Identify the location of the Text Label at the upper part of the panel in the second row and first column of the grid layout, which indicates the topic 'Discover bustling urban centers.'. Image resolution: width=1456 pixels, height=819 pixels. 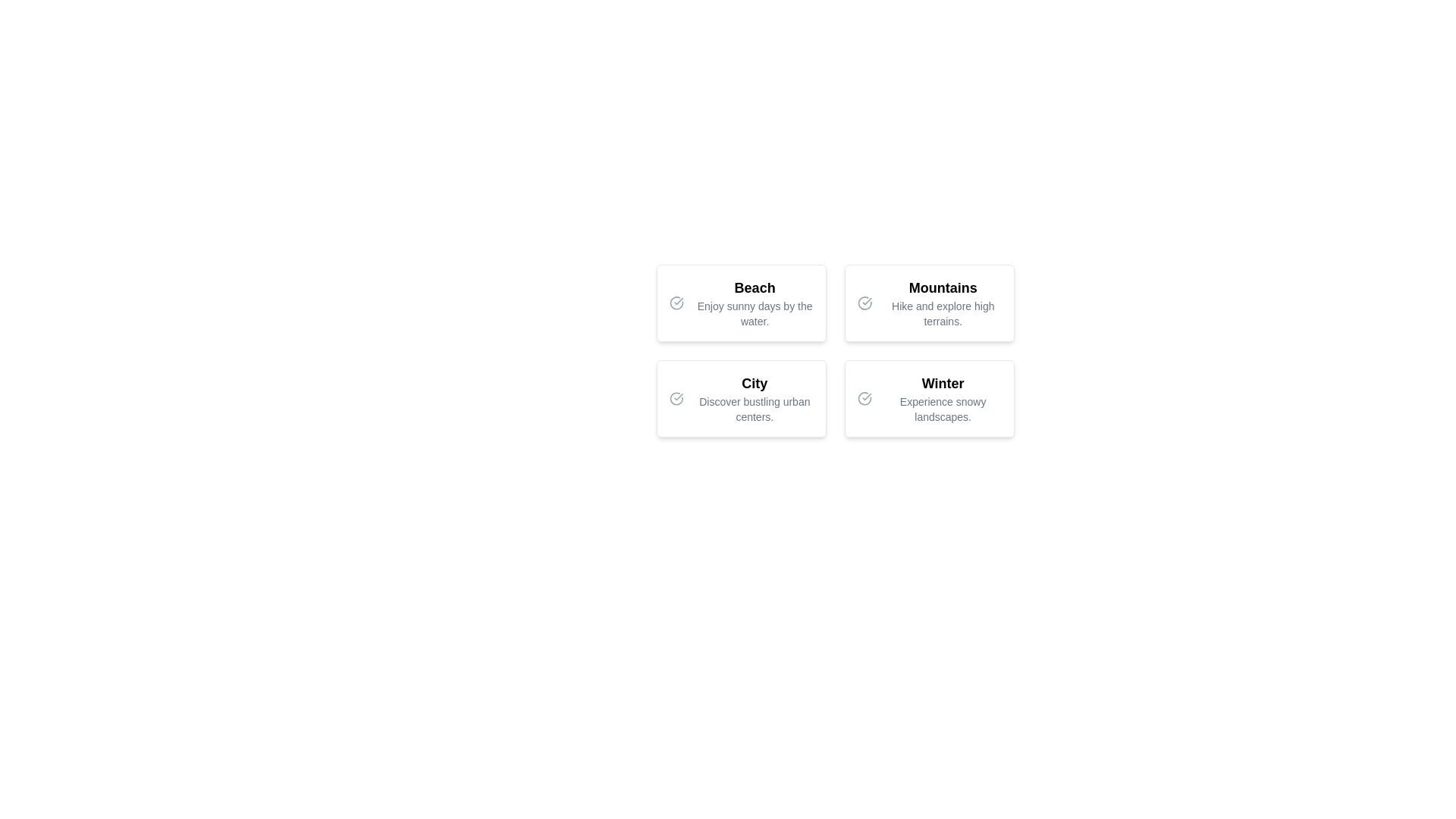
(755, 382).